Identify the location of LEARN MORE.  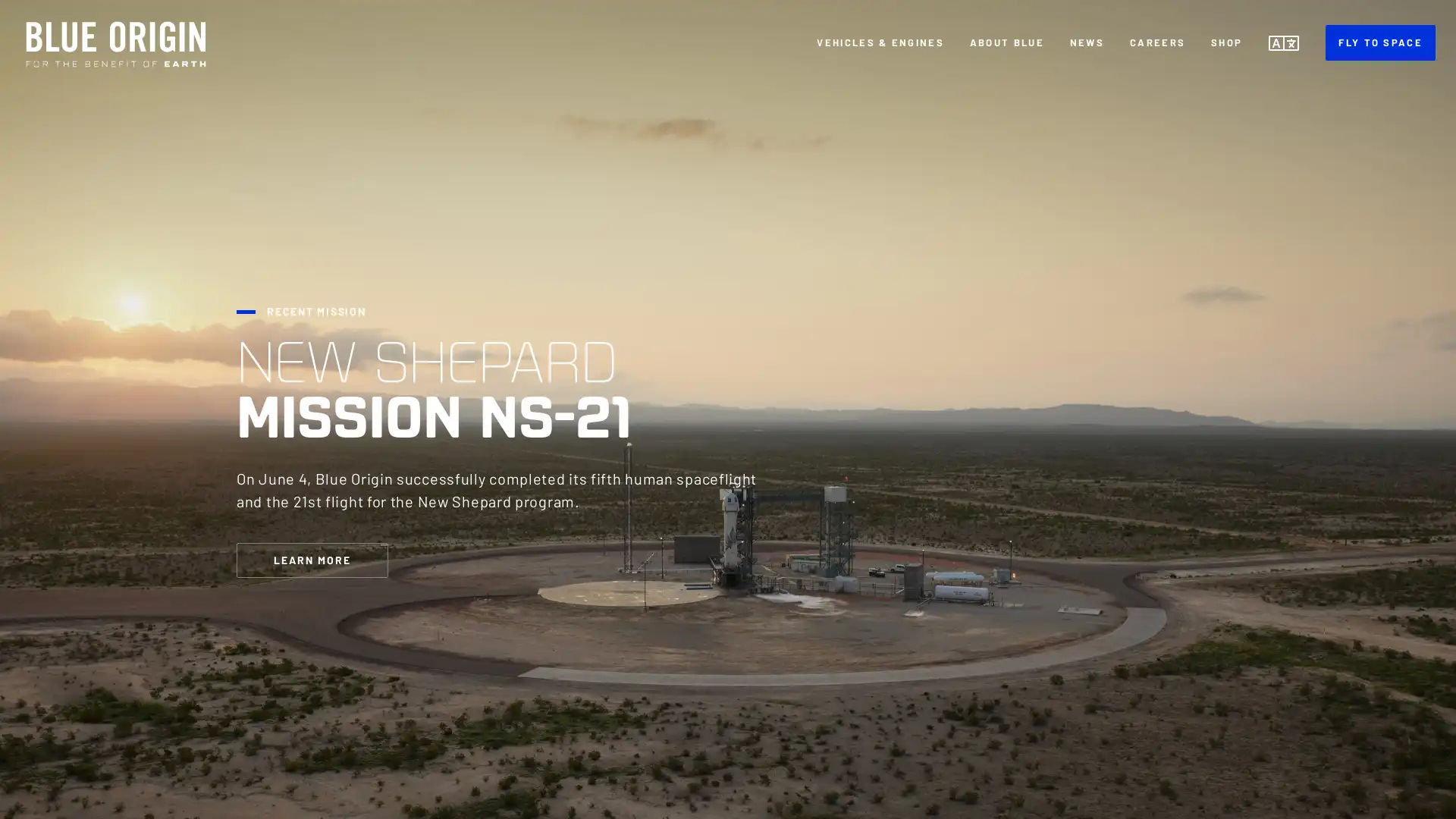
(312, 559).